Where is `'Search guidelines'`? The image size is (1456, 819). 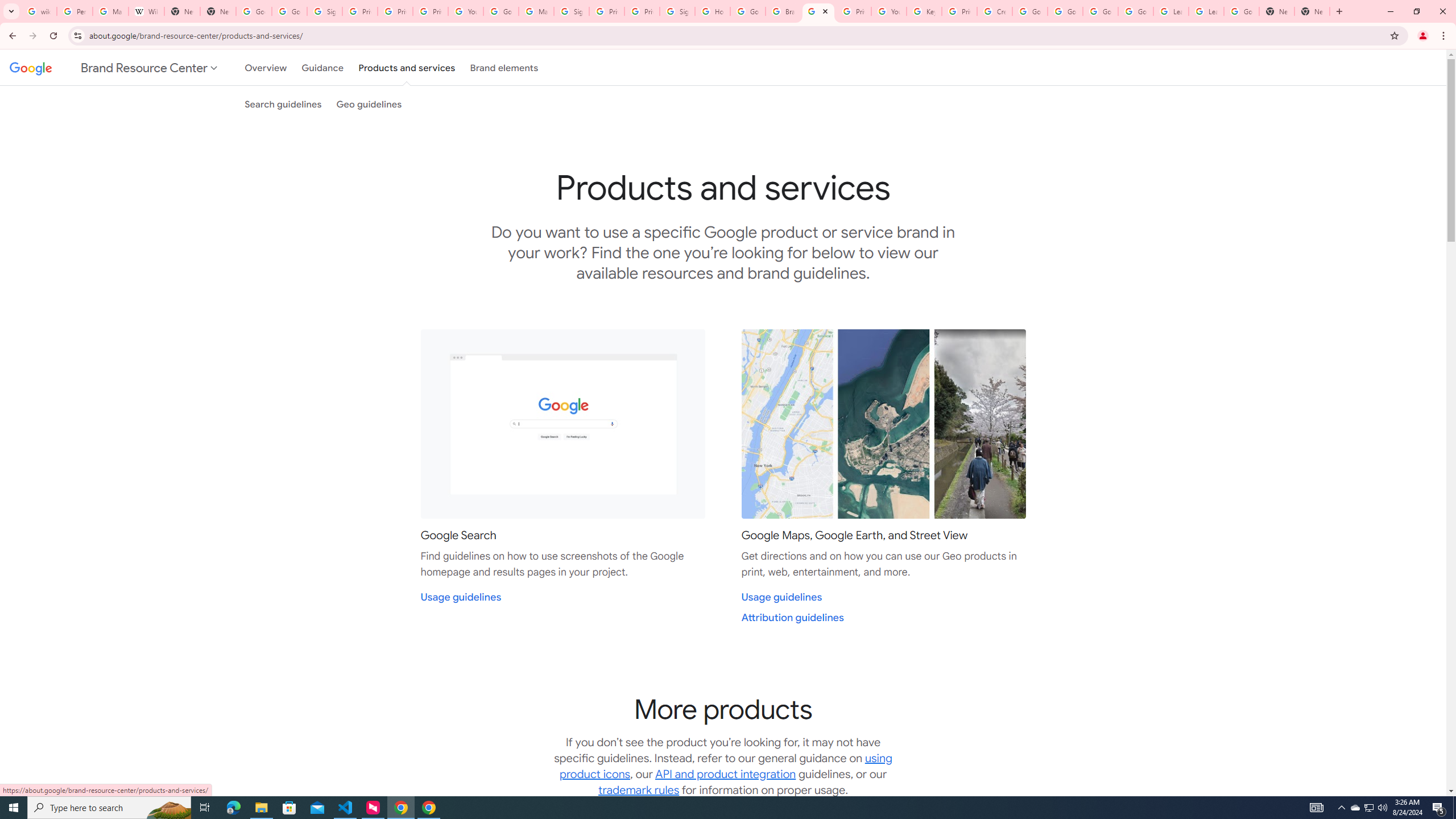
'Search guidelines' is located at coordinates (283, 103).